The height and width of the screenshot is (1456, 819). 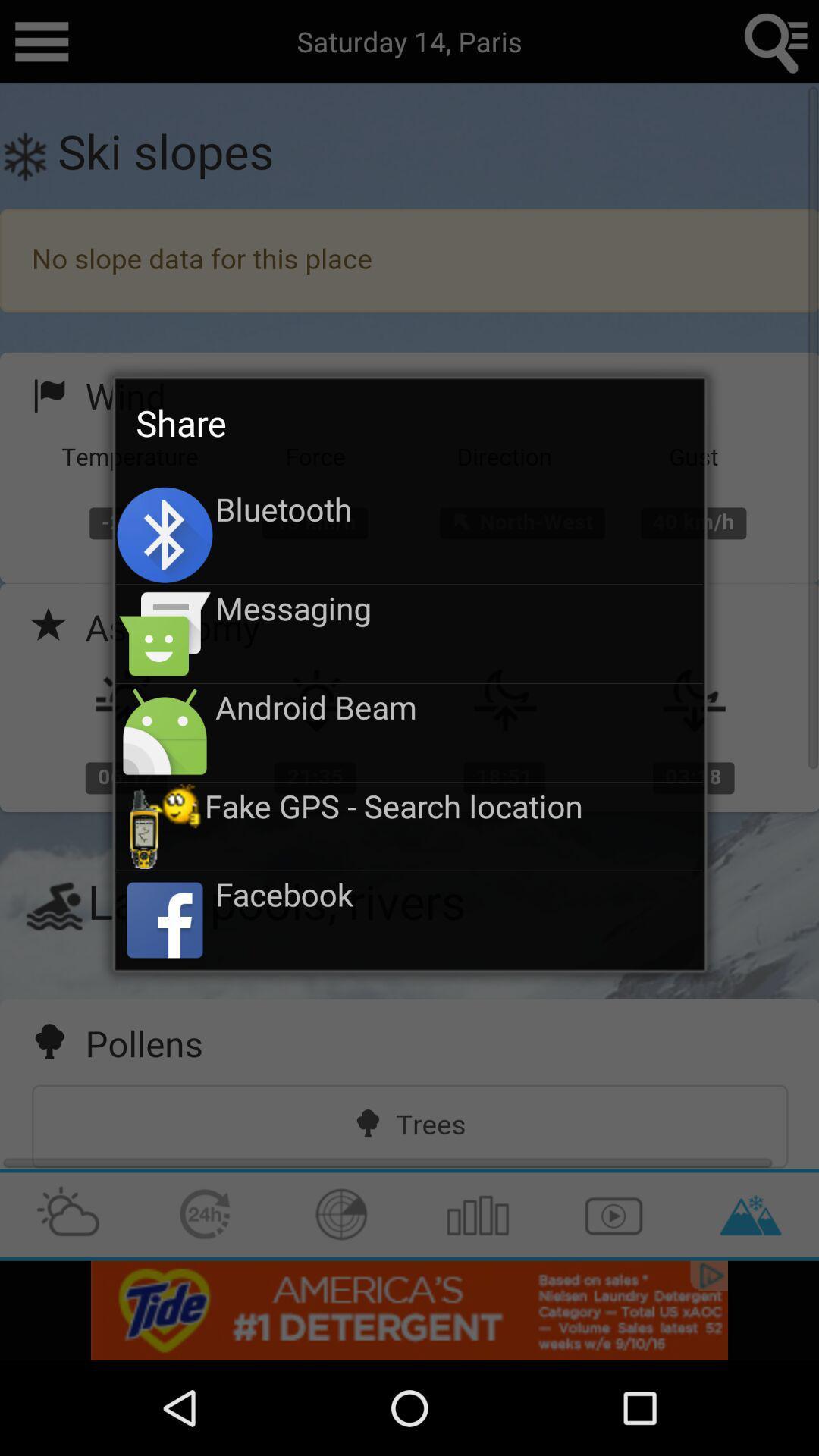 I want to click on bluetooth icon, so click(x=458, y=509).